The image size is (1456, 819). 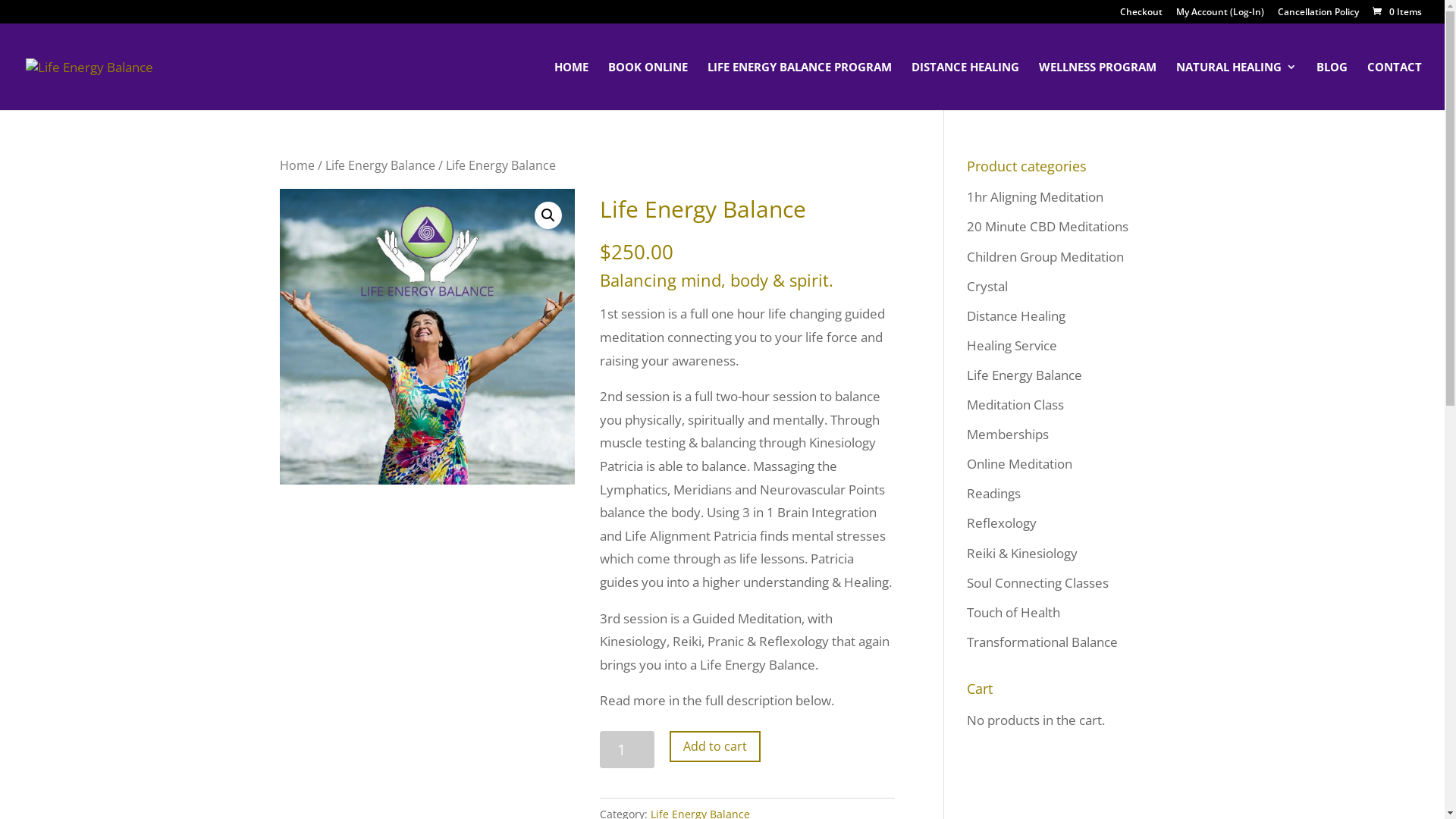 I want to click on 'Qty', so click(x=627, y=748).